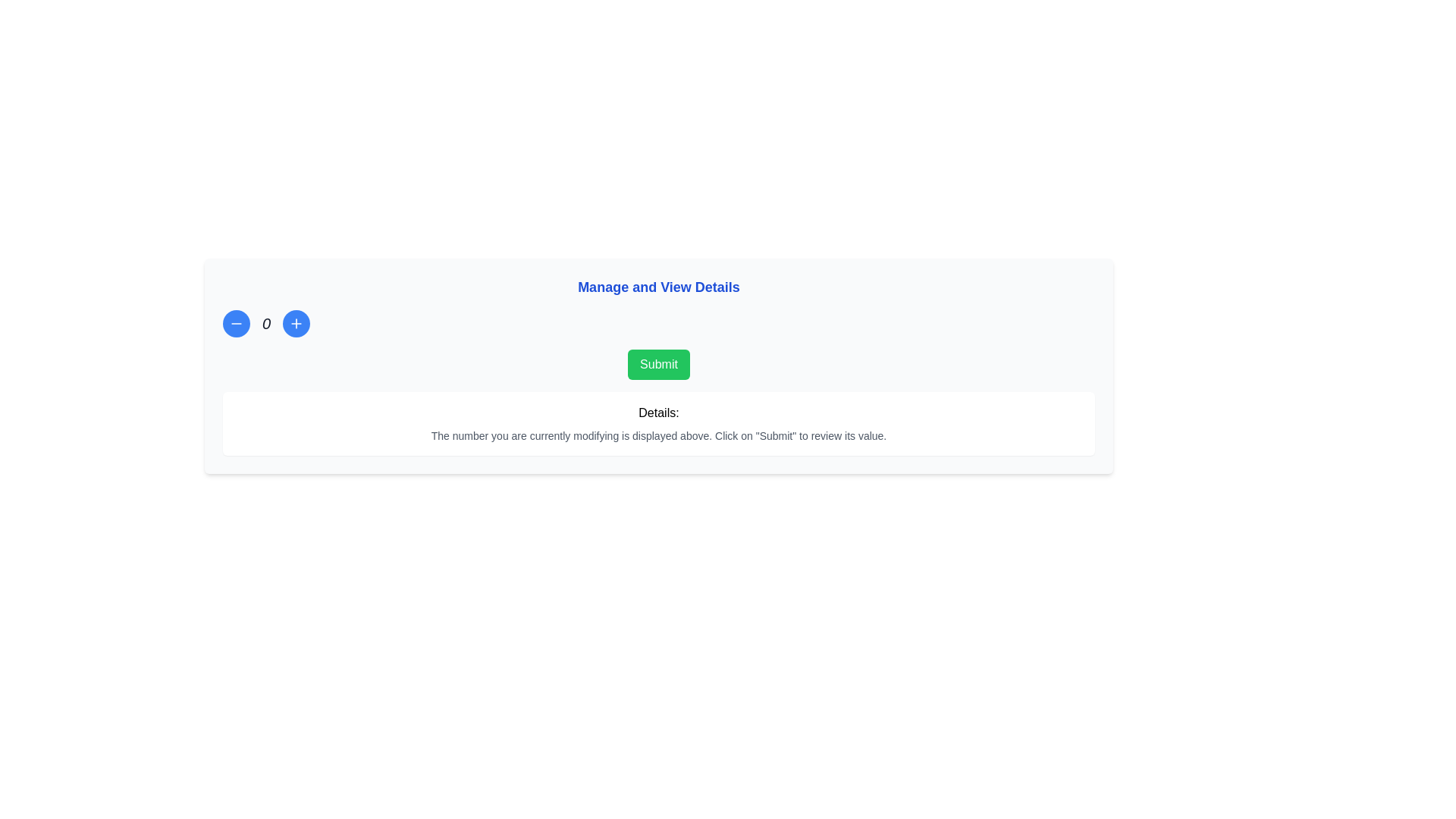  I want to click on the decrement button located at the top-left of the panel to decrease the associated numeric value, so click(236, 323).